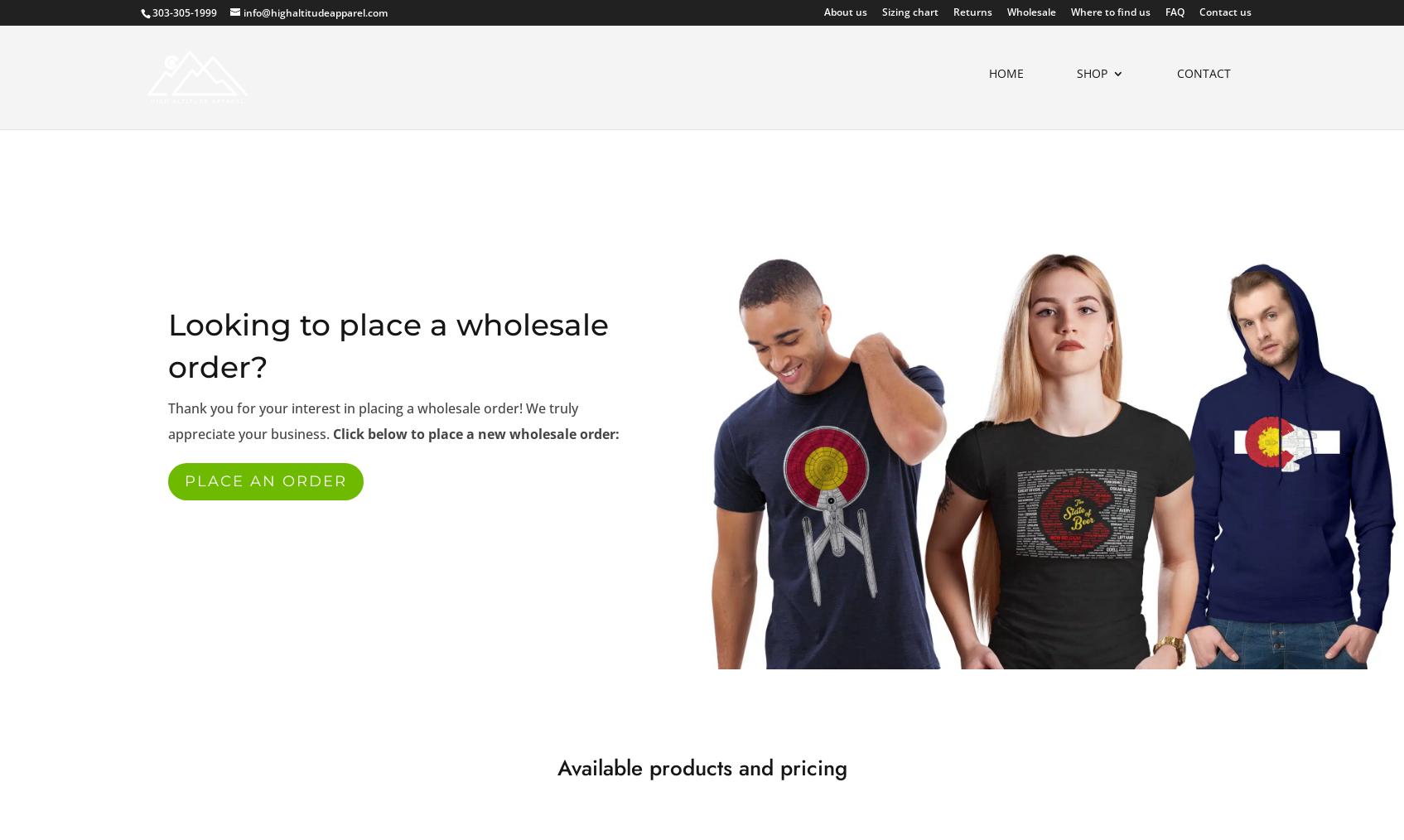 Image resolution: width=1404 pixels, height=840 pixels. I want to click on 'Contact', so click(1175, 80).